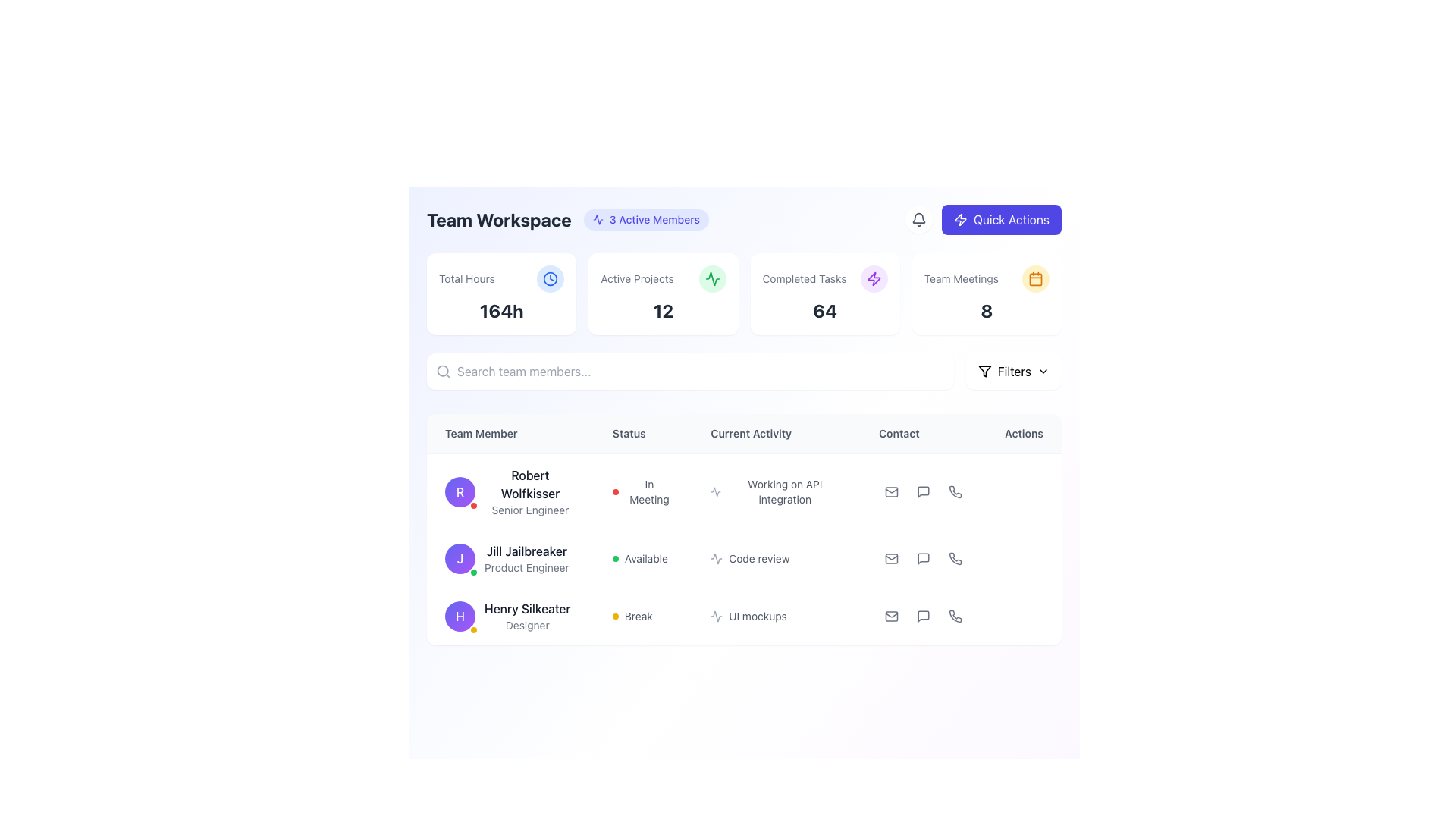 Image resolution: width=1456 pixels, height=819 pixels. I want to click on the status indicator text label for 'Jill Jailbreaker' in the team overview, so click(643, 558).